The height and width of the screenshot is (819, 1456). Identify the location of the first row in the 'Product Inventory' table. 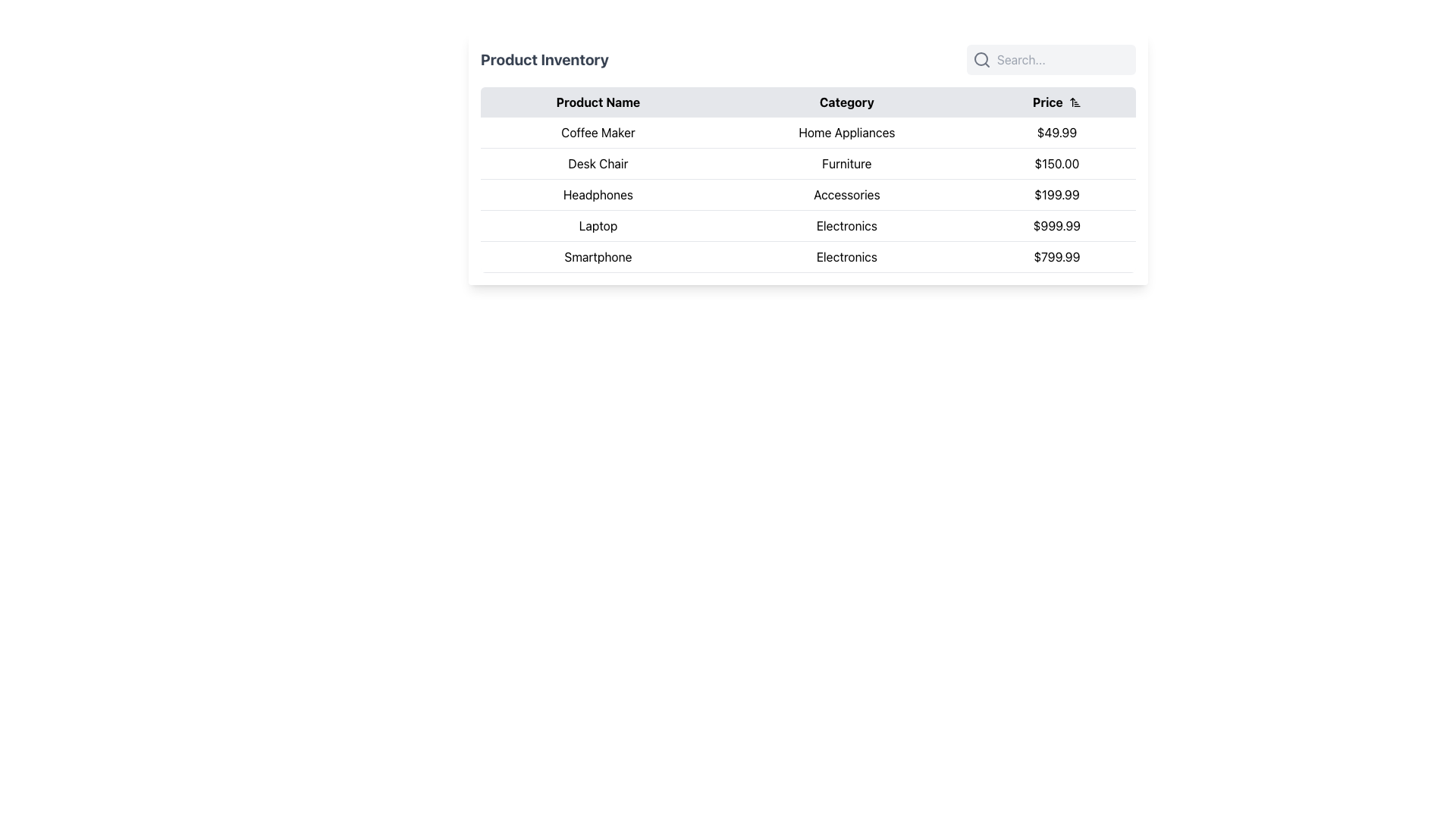
(807, 131).